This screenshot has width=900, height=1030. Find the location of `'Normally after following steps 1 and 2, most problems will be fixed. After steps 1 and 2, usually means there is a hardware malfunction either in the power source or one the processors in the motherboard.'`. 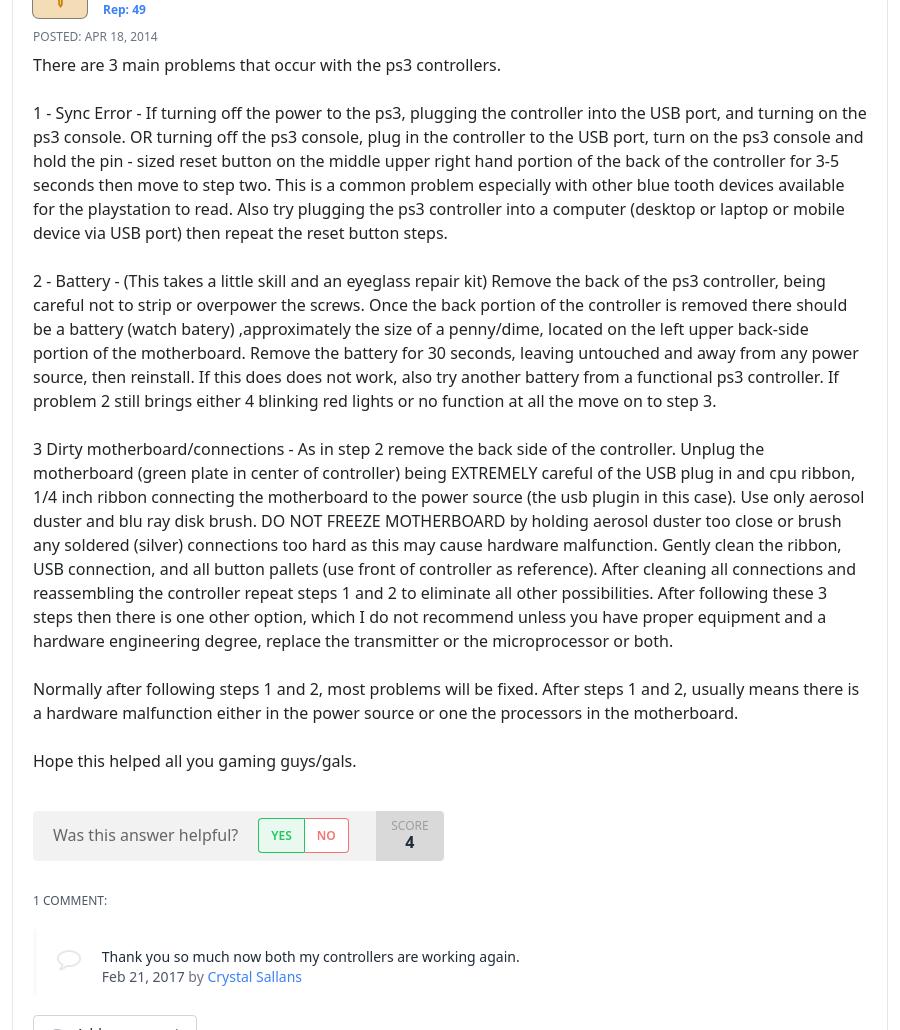

'Normally after following steps 1 and 2, most problems will be fixed. After steps 1 and 2, usually means there is a hardware malfunction either in the power source or one the processors in the motherboard.' is located at coordinates (446, 699).